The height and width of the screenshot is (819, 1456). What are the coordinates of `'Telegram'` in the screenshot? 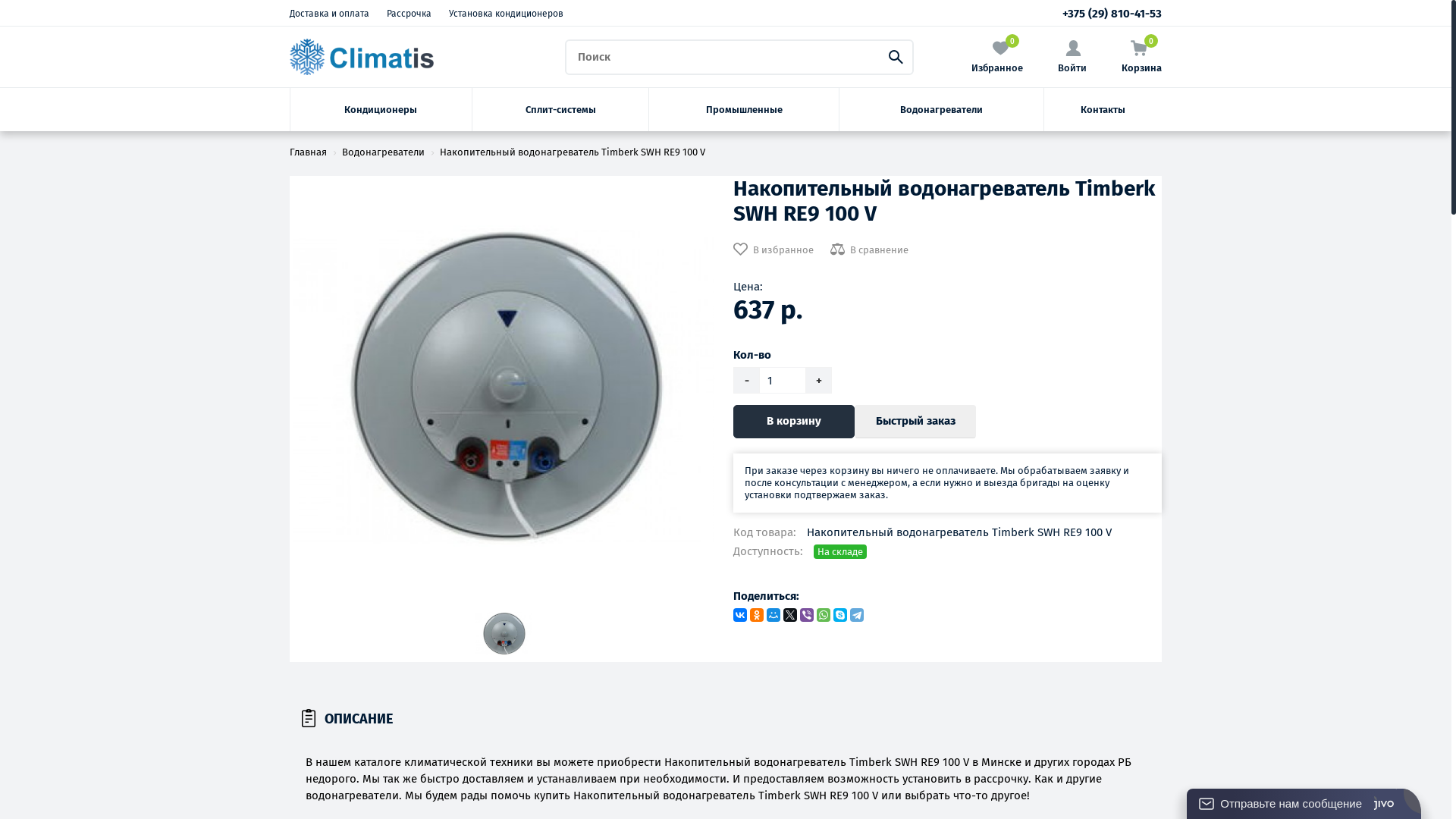 It's located at (856, 614).